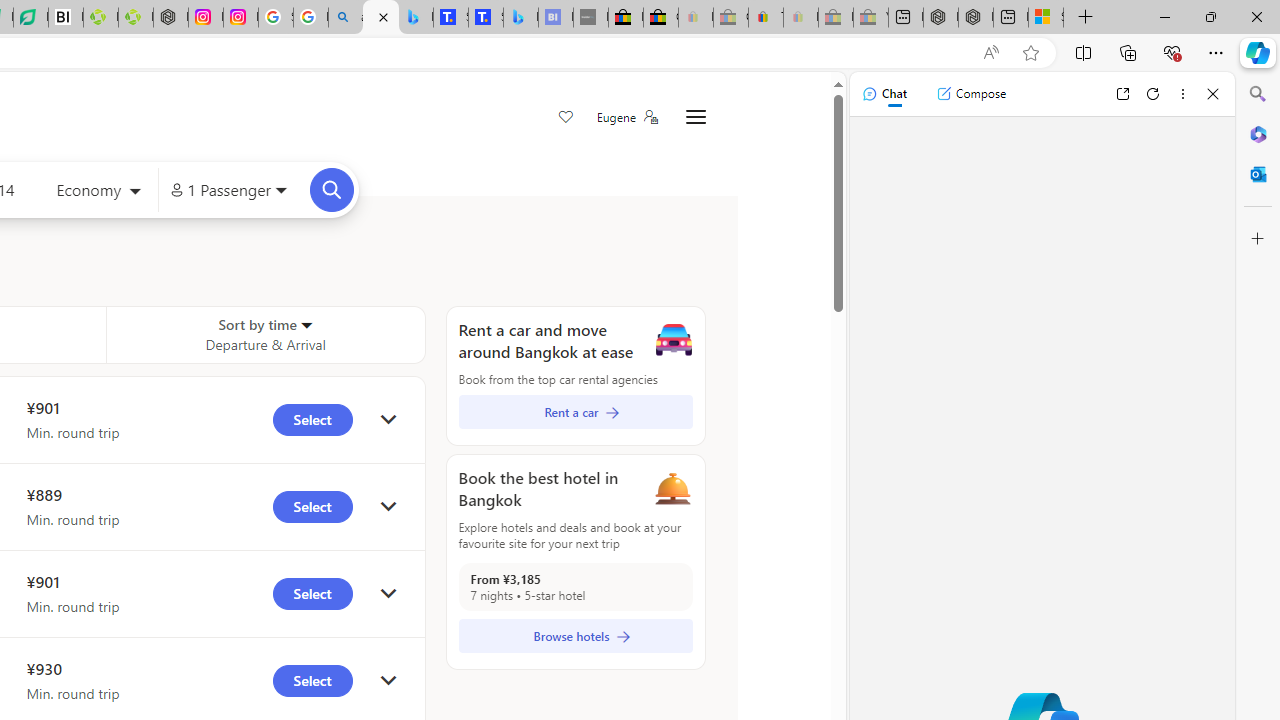  What do you see at coordinates (274, 17) in the screenshot?
I see `'Safety in Our Products - Google Safety Center'` at bounding box center [274, 17].